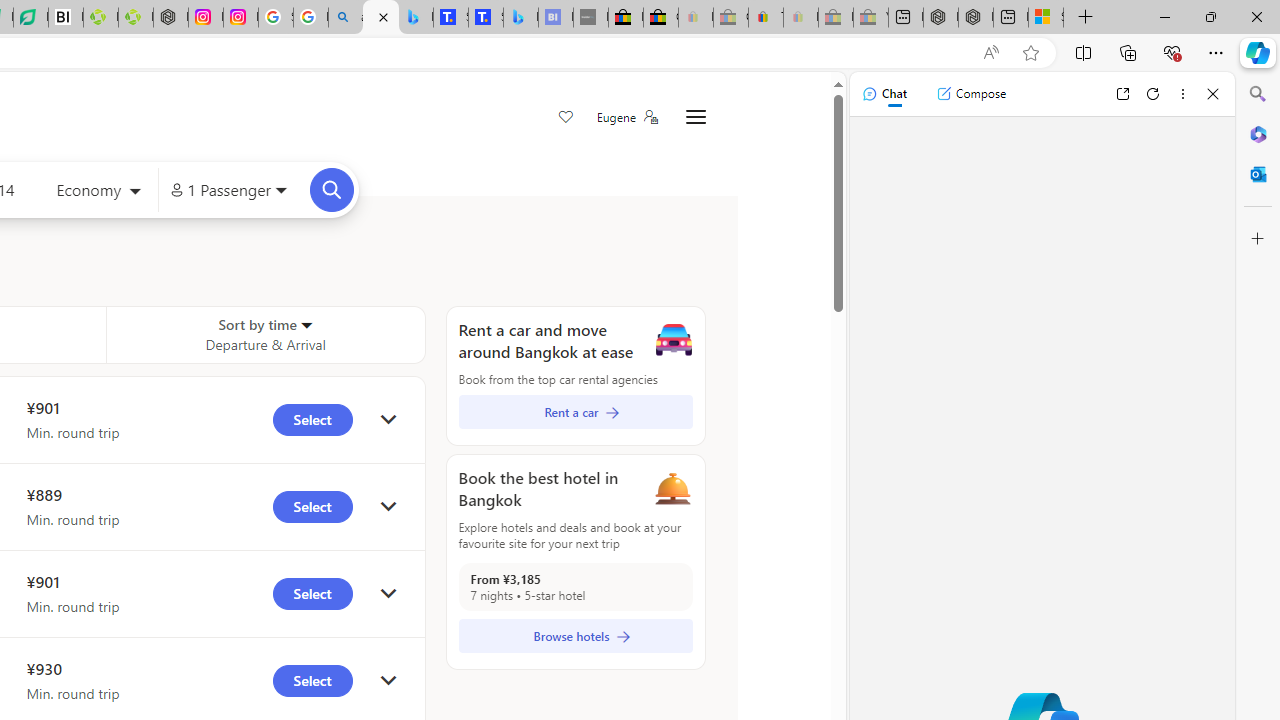  What do you see at coordinates (274, 17) in the screenshot?
I see `'Safety in Our Products - Google Safety Center'` at bounding box center [274, 17].